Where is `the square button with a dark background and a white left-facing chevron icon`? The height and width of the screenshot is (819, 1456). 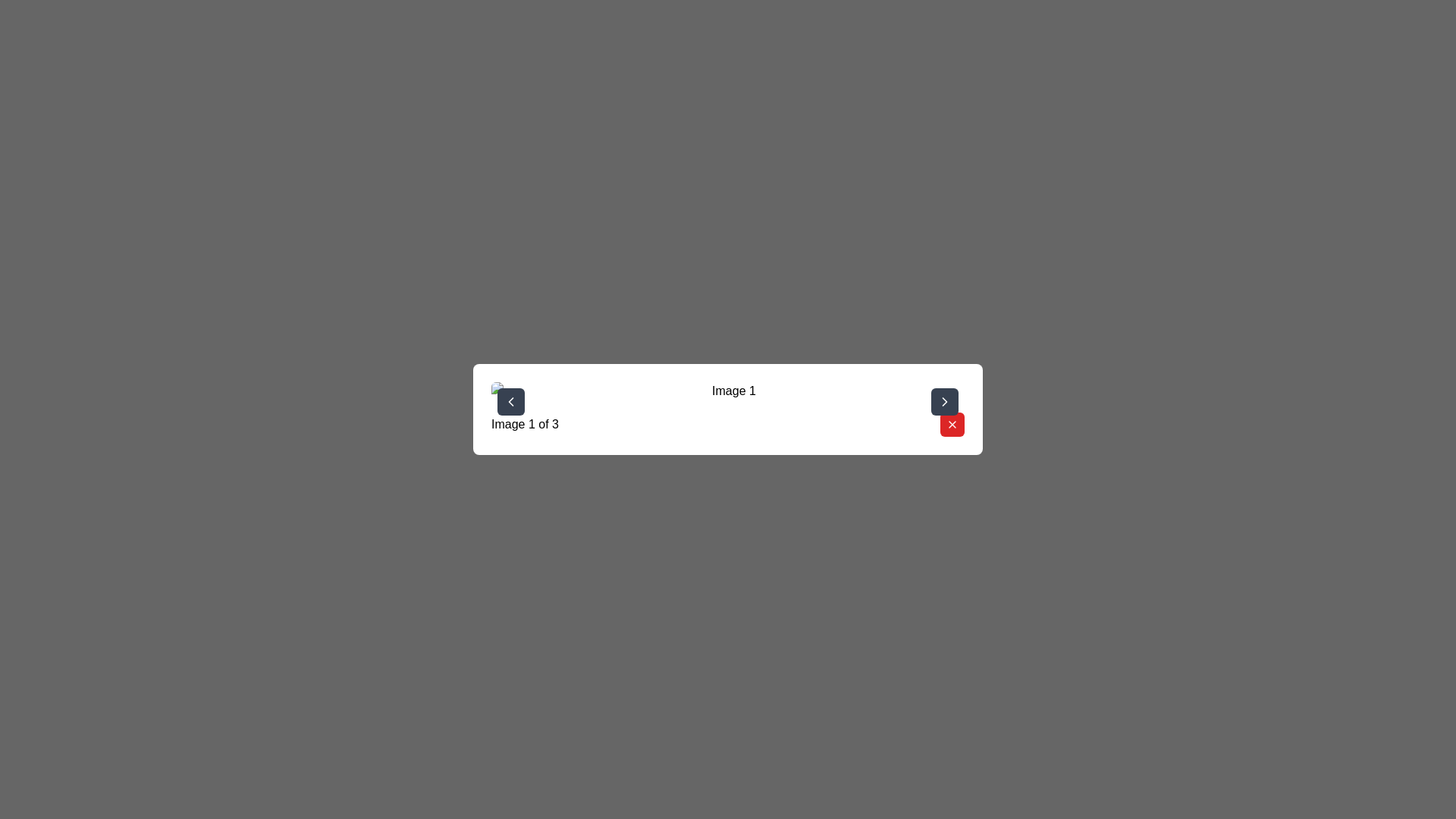 the square button with a dark background and a white left-facing chevron icon is located at coordinates (510, 400).